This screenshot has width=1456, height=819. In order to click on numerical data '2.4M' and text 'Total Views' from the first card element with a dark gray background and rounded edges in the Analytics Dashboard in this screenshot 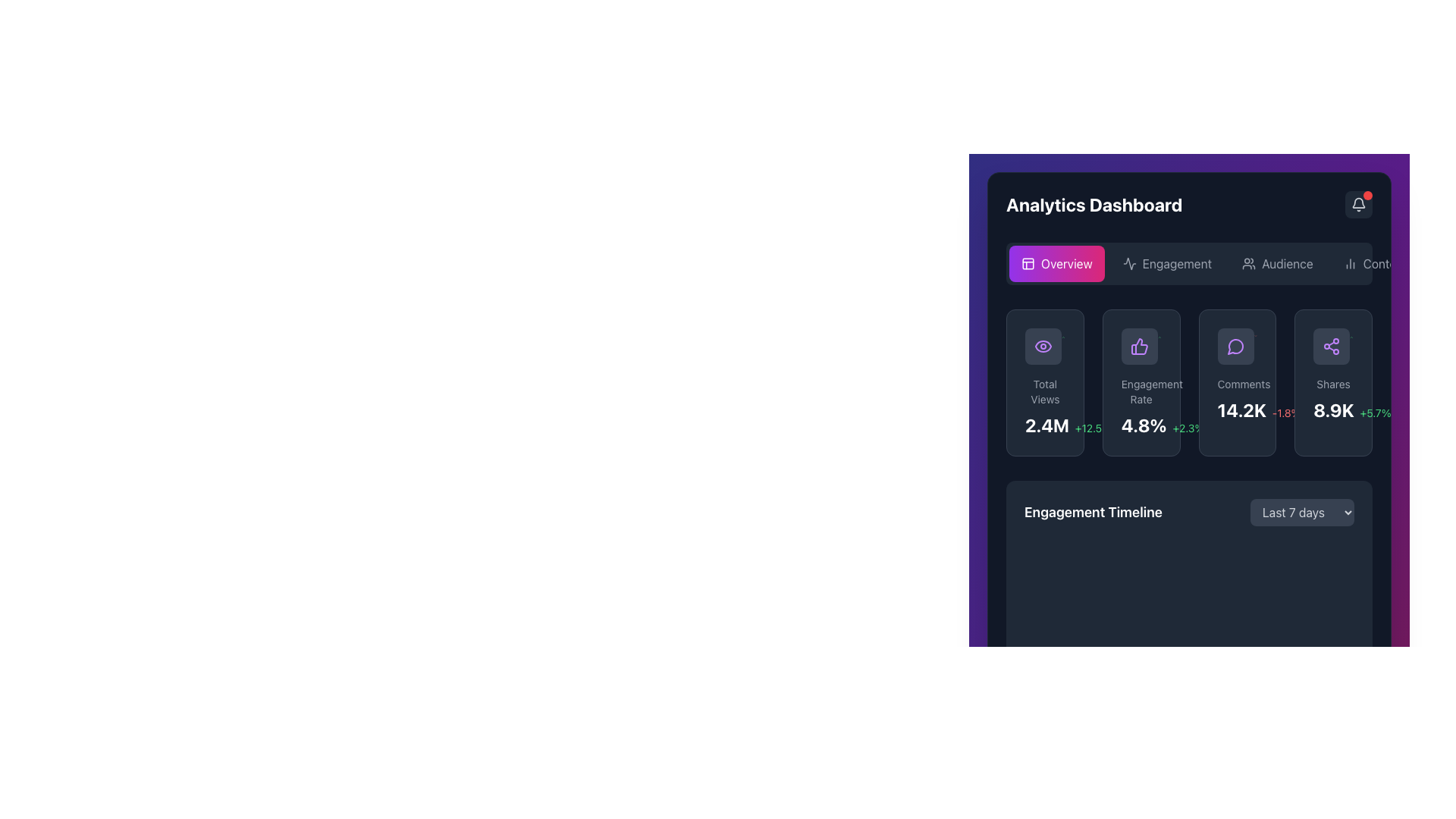, I will do `click(1044, 382)`.